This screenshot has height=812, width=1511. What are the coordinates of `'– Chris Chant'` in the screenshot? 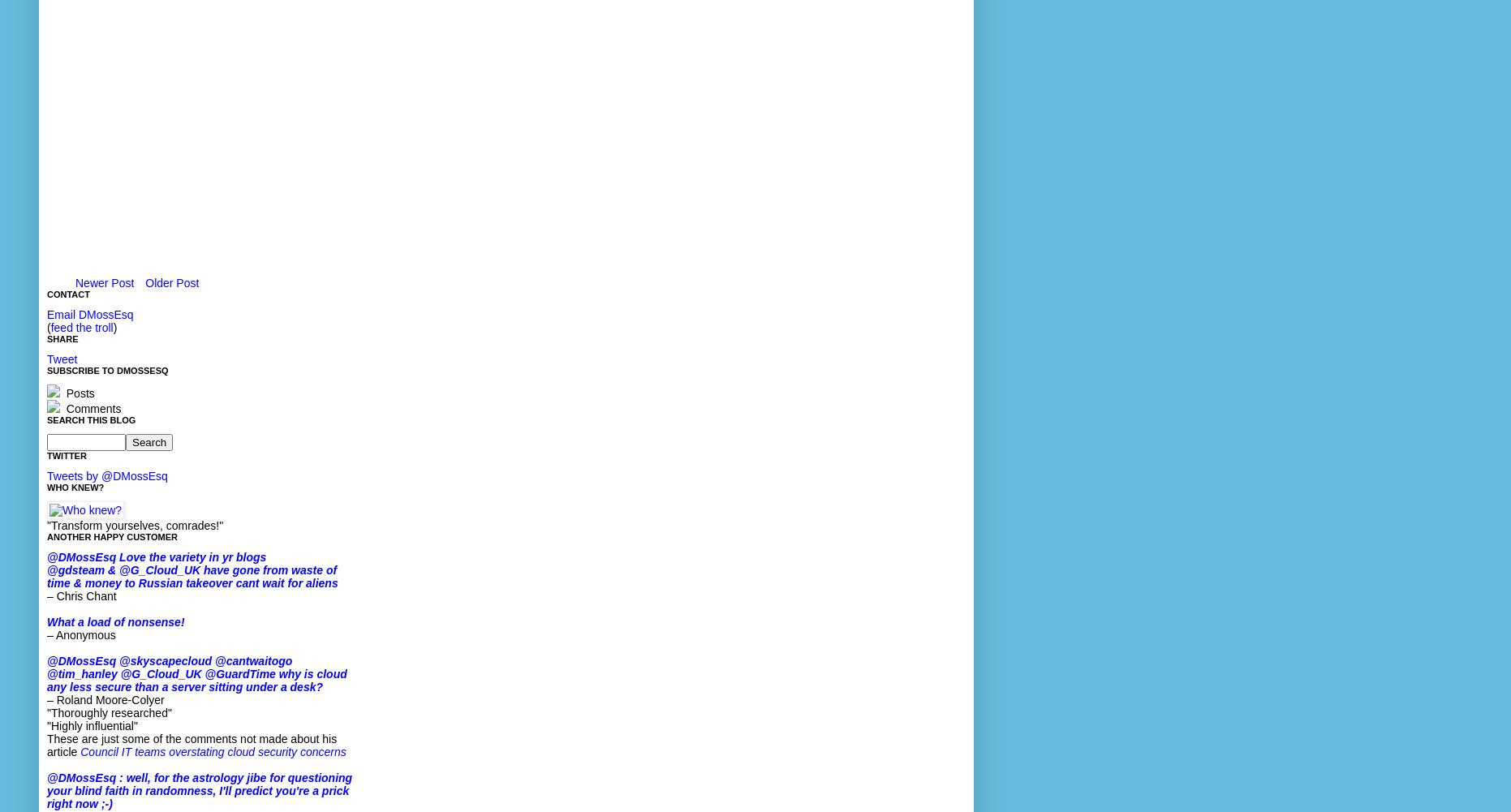 It's located at (81, 596).